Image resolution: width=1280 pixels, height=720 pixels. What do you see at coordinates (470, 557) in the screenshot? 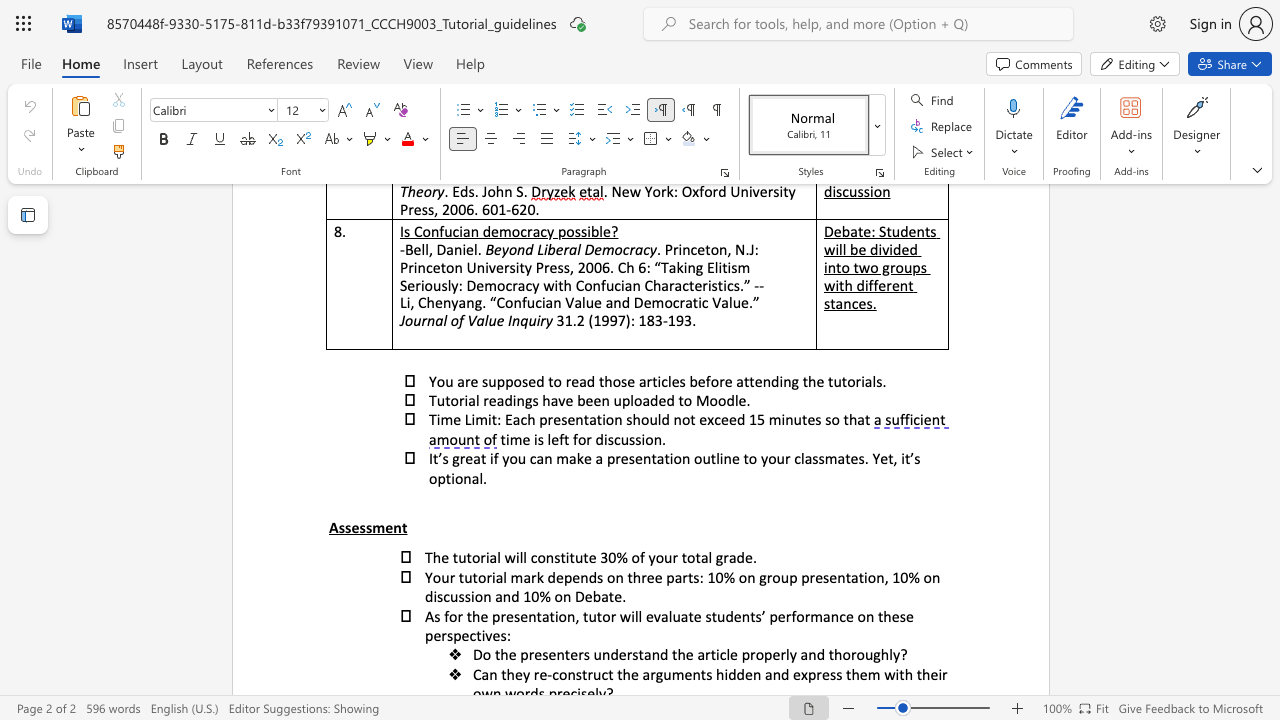
I see `the subset text "orial w" within the text "The tutorial will"` at bounding box center [470, 557].